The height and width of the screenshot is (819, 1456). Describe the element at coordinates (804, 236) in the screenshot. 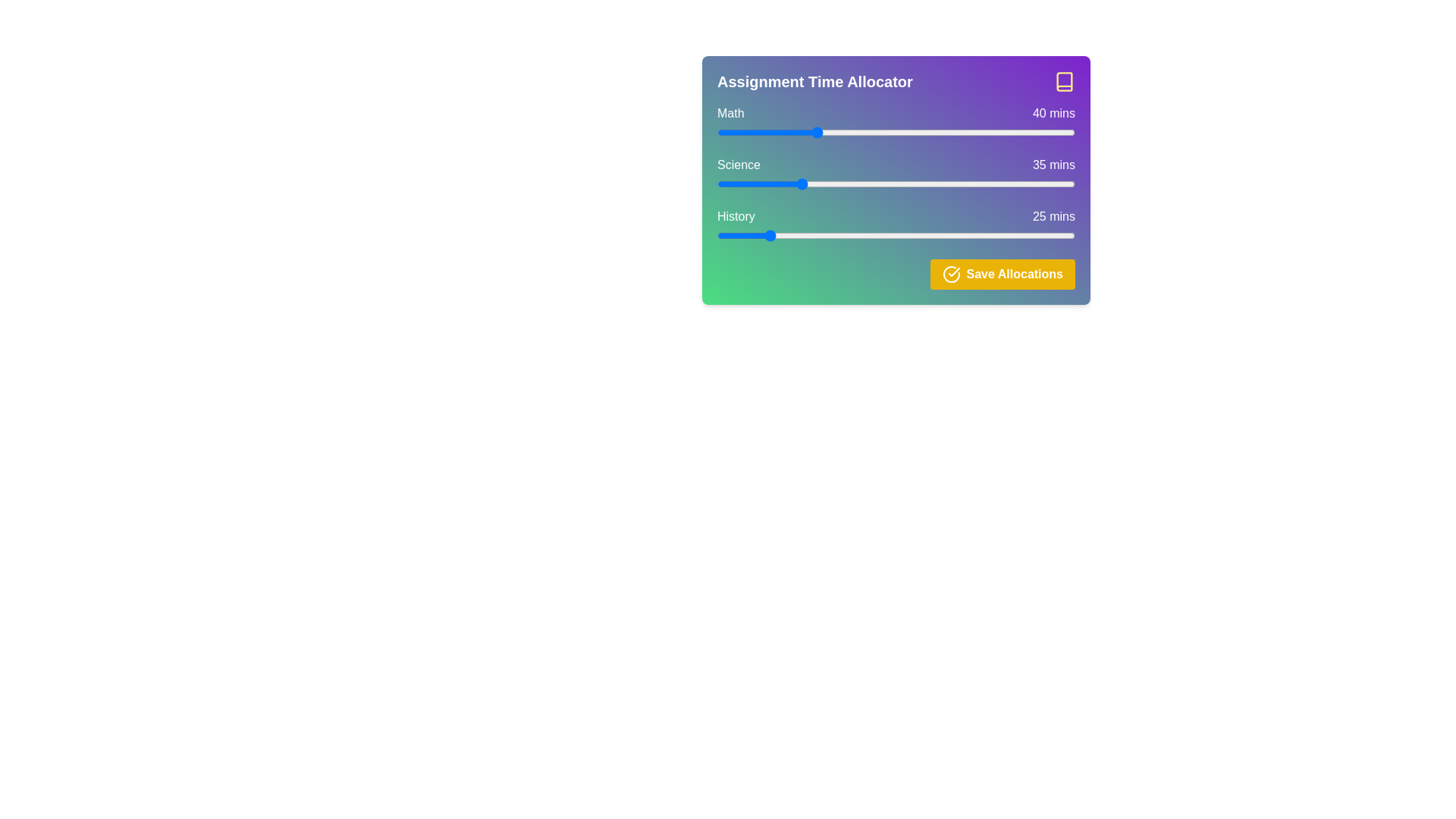

I see `the history allocation time` at that location.